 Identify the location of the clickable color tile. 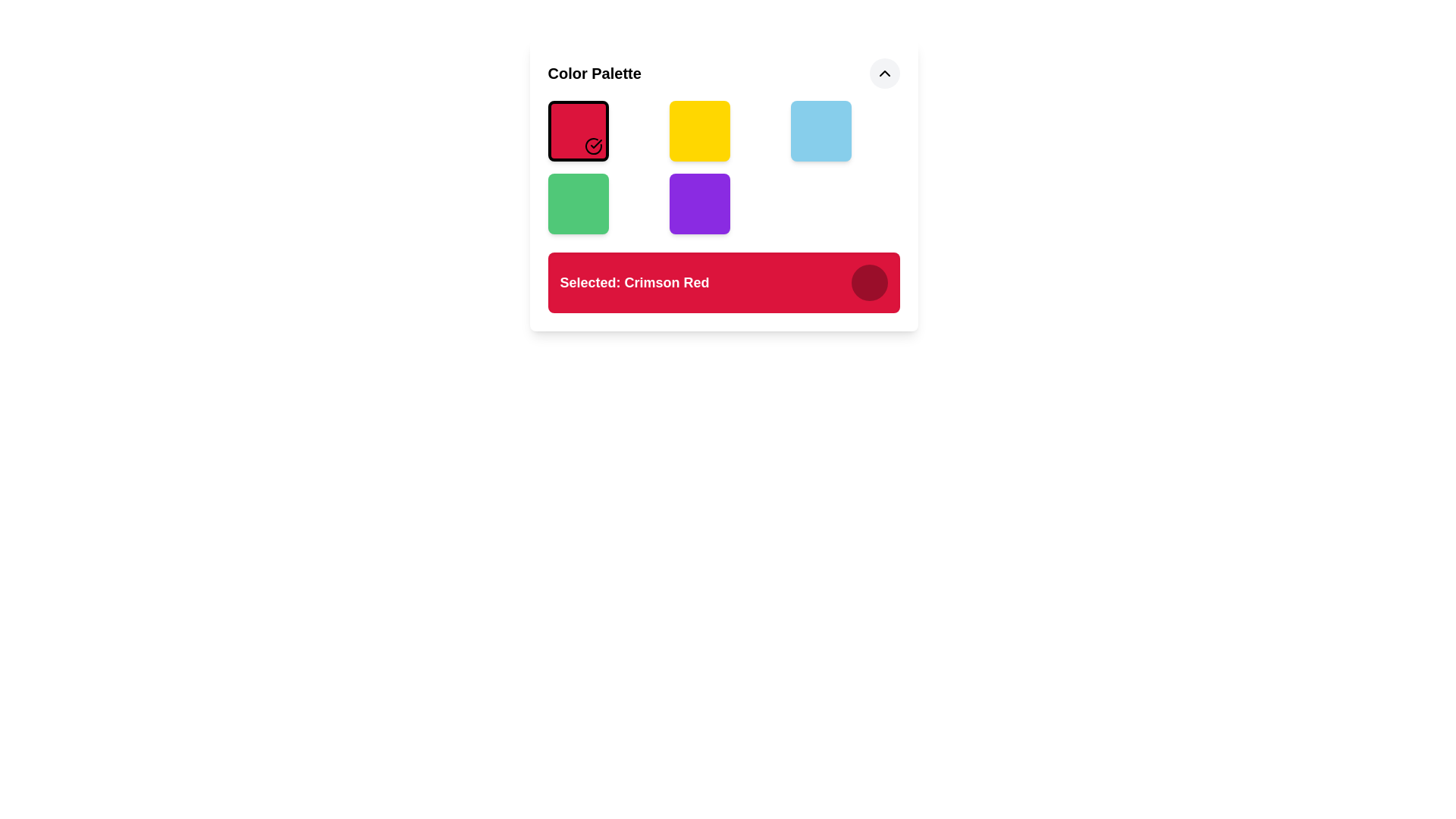
(723, 185).